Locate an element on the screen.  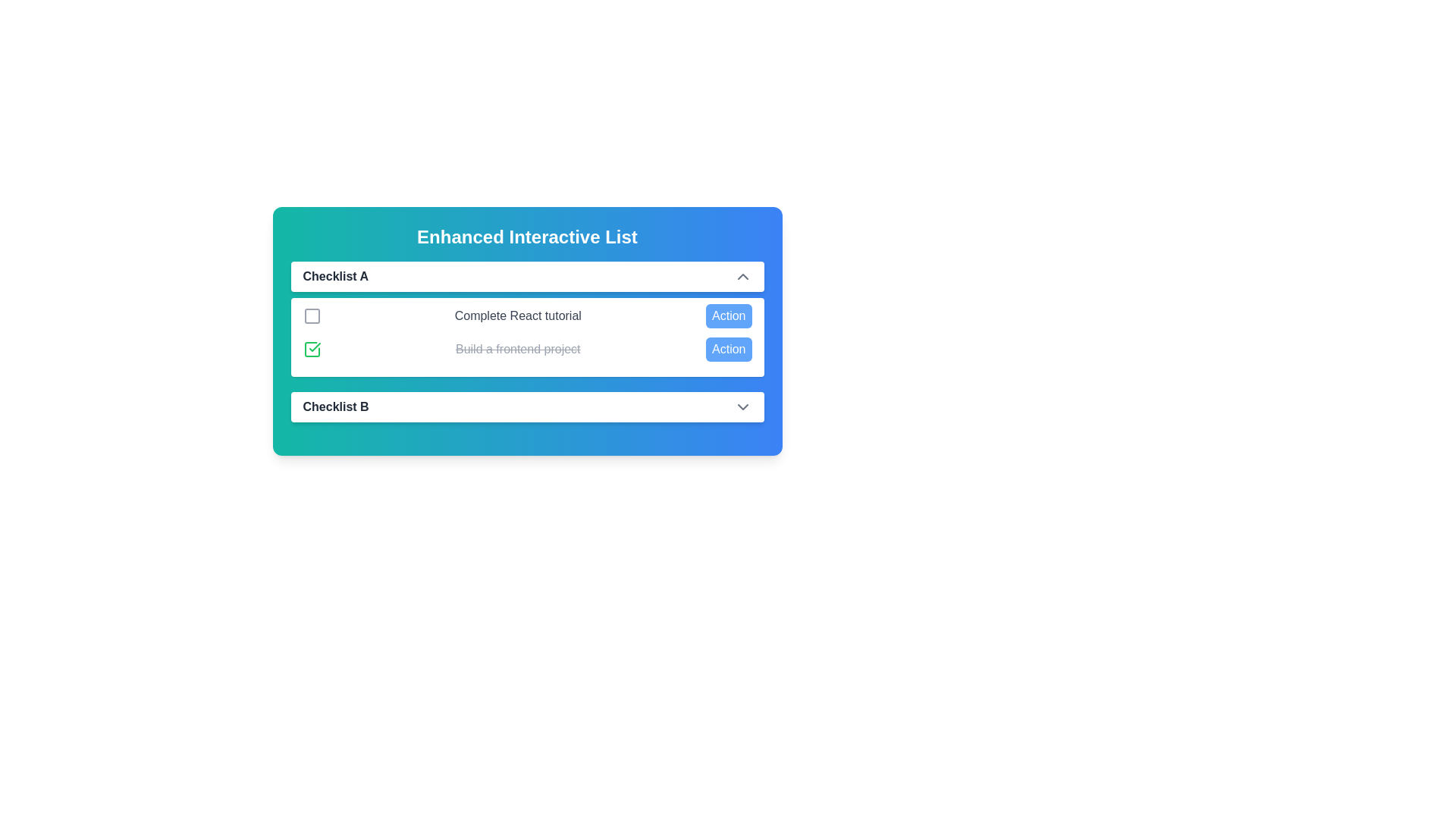
the chevron-up icon located on the rightmost section of the header bar for 'Checklist A' is located at coordinates (742, 277).